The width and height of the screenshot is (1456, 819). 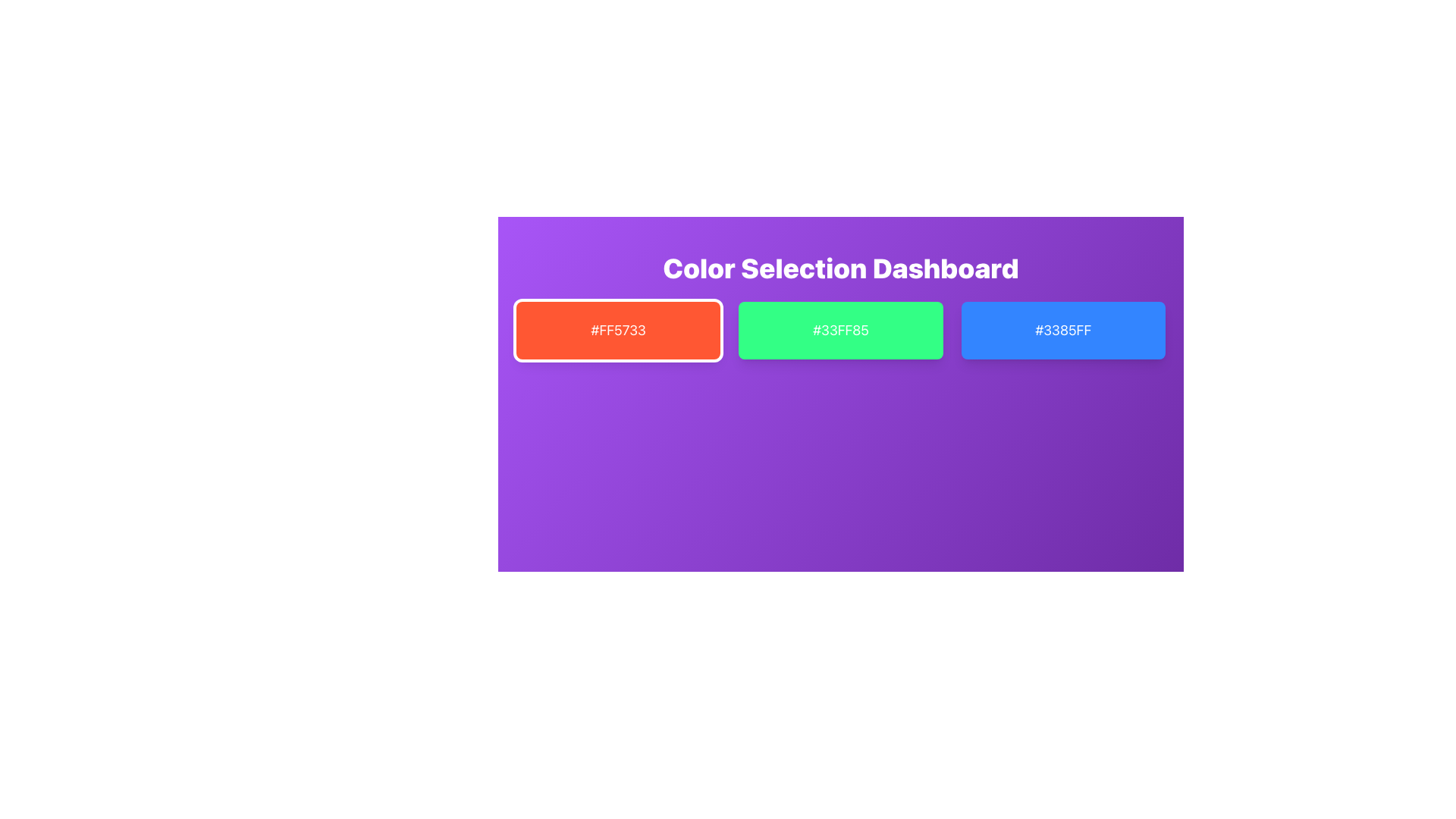 I want to click on the first button in a row of three buttons that visually represents the color '#FF5733', so click(x=618, y=329).